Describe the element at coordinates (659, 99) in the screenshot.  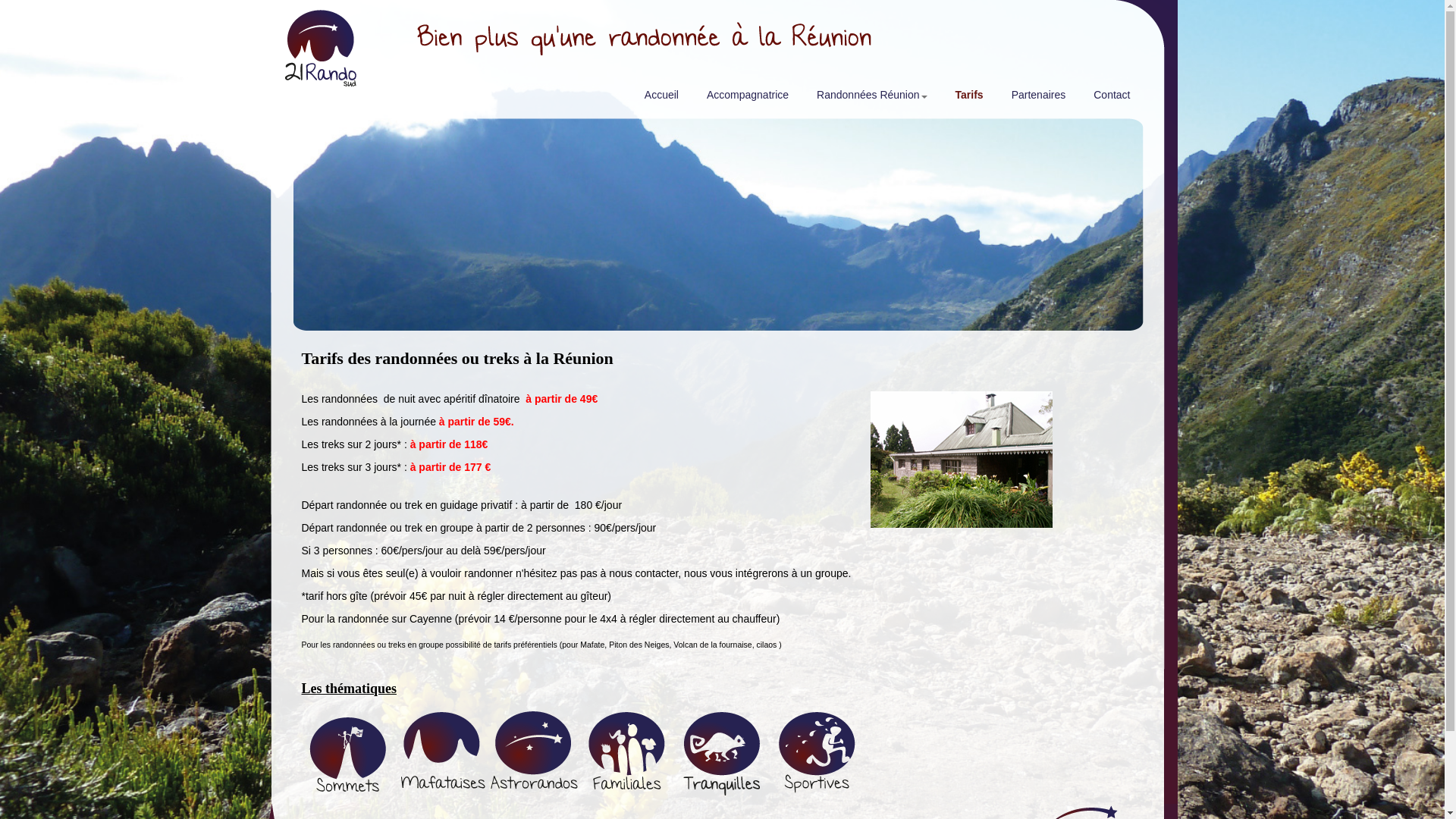
I see `'Accueil'` at that location.